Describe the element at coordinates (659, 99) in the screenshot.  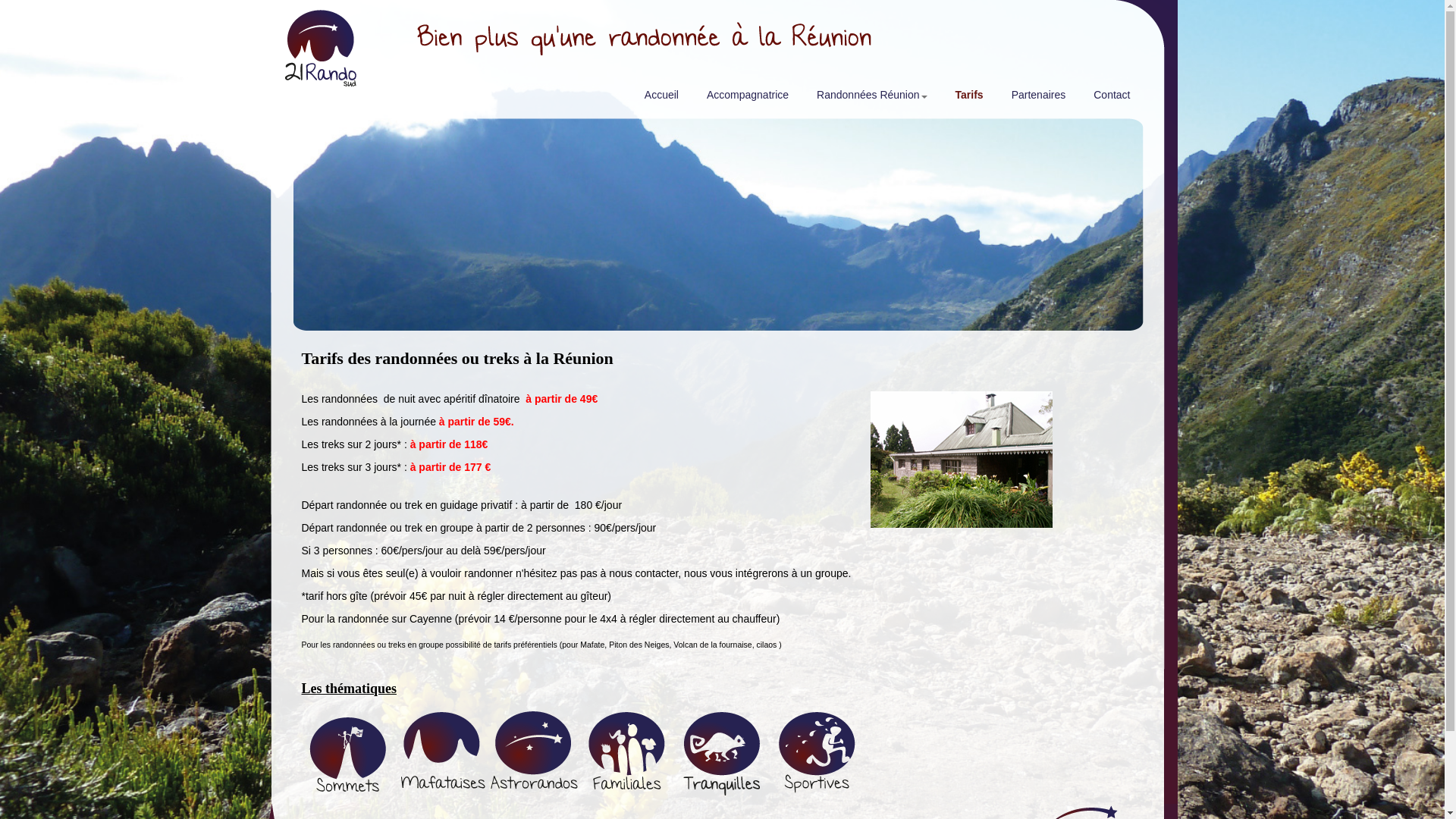
I see `'Accueil'` at that location.